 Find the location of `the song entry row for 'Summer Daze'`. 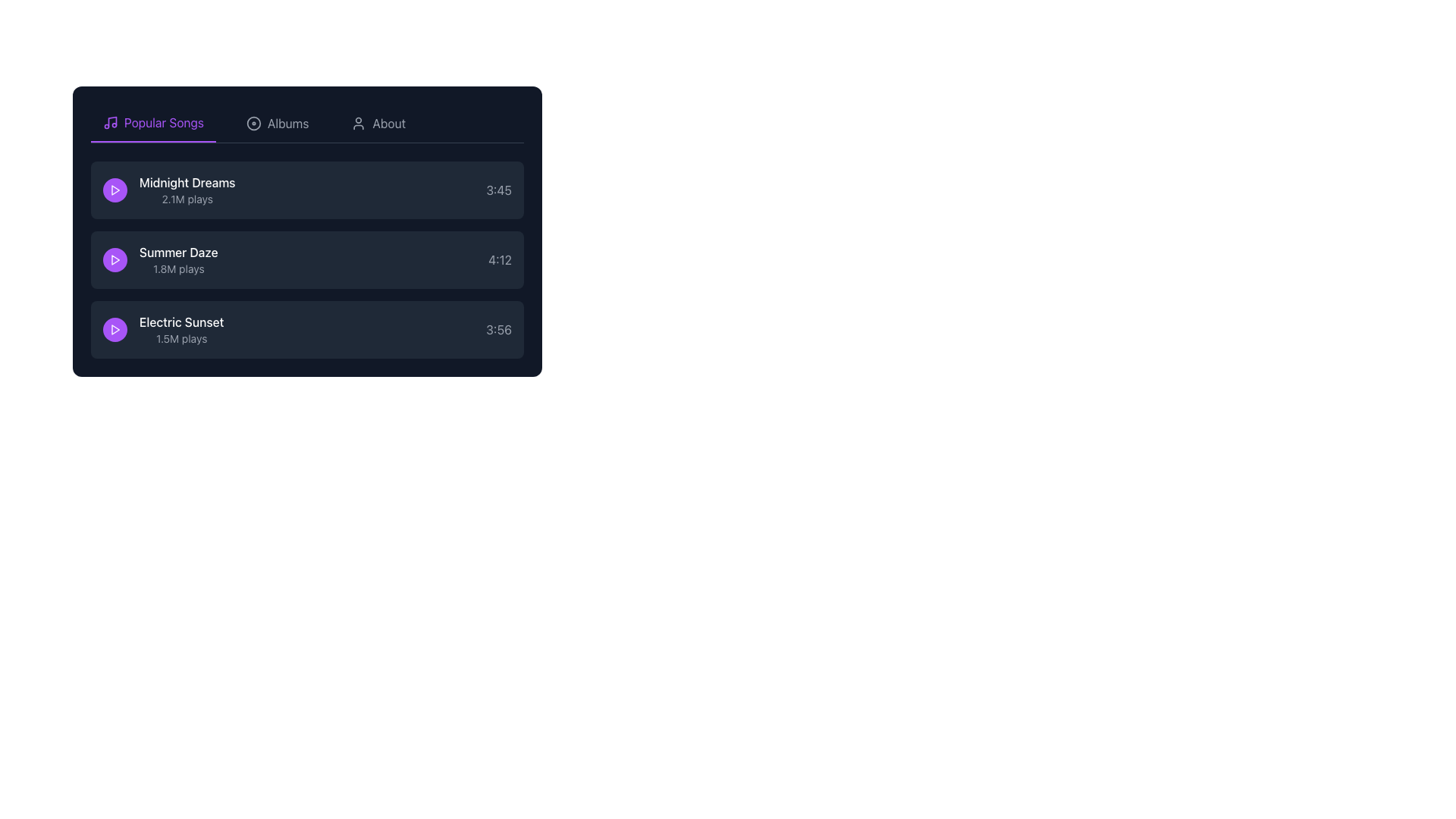

the song entry row for 'Summer Daze' is located at coordinates (306, 259).